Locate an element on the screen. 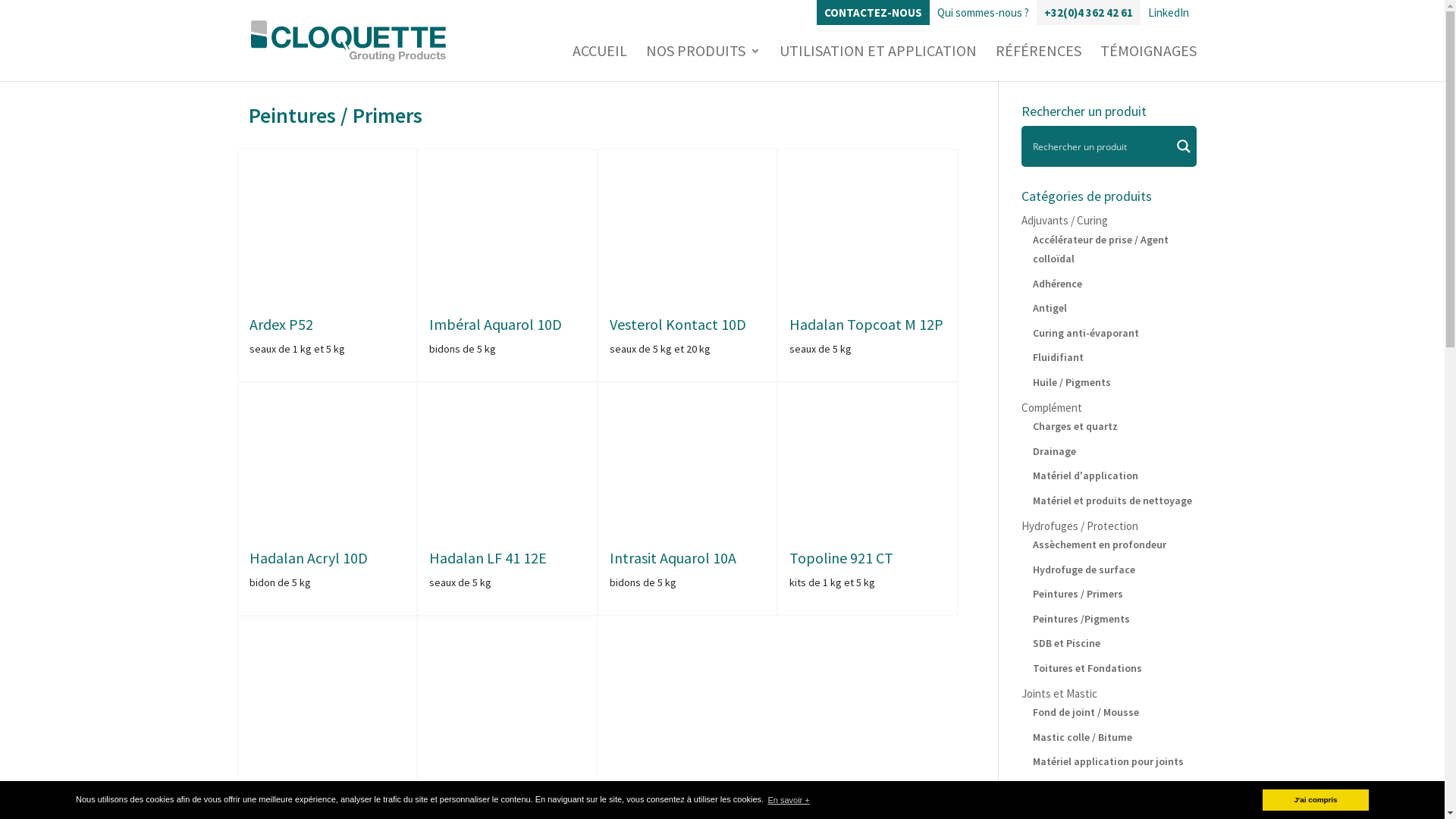 The width and height of the screenshot is (1456, 819). 'J'ai compris' is located at coordinates (1314, 799).